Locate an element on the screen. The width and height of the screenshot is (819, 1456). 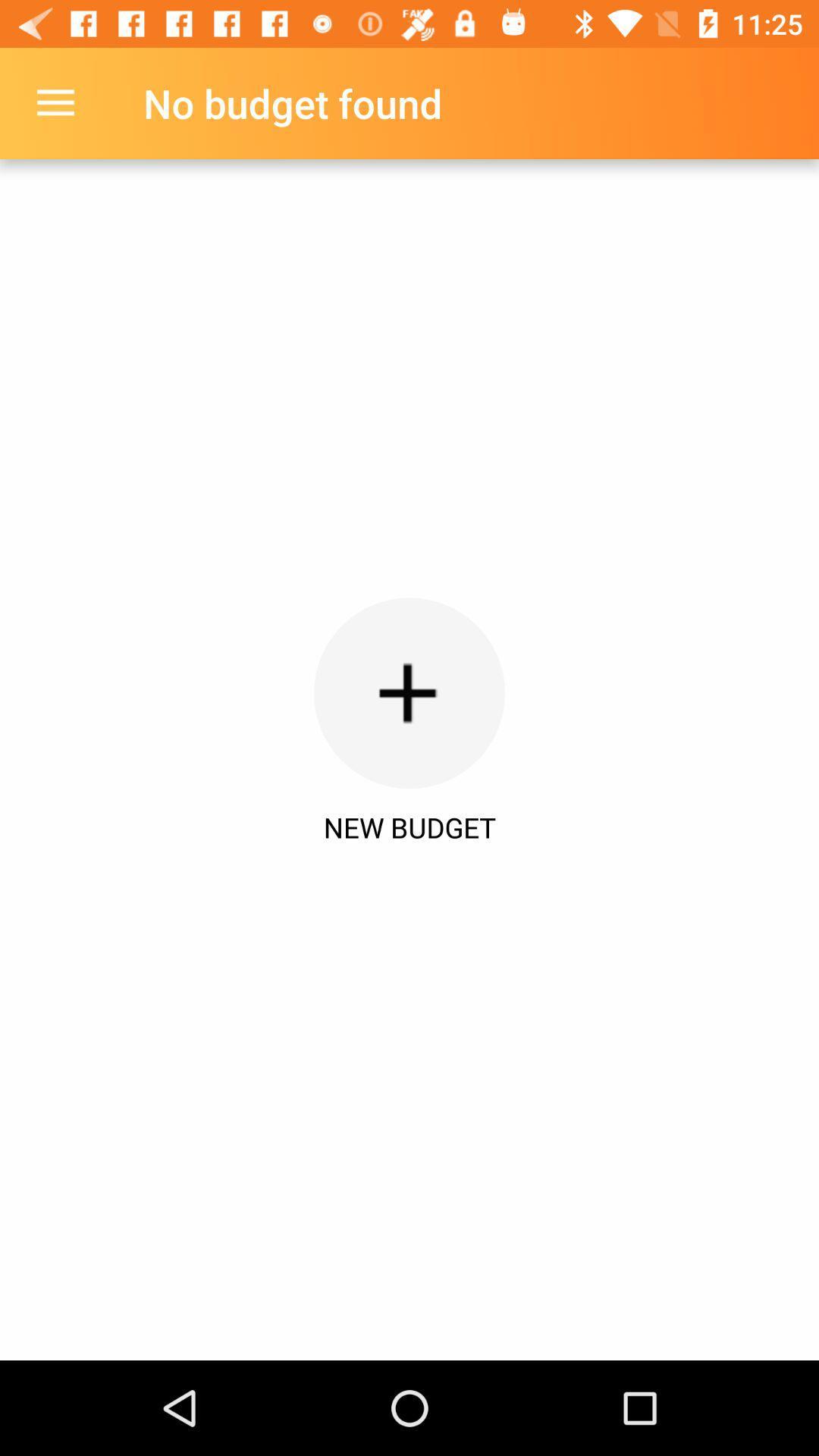
the icon at the top left corner is located at coordinates (55, 102).